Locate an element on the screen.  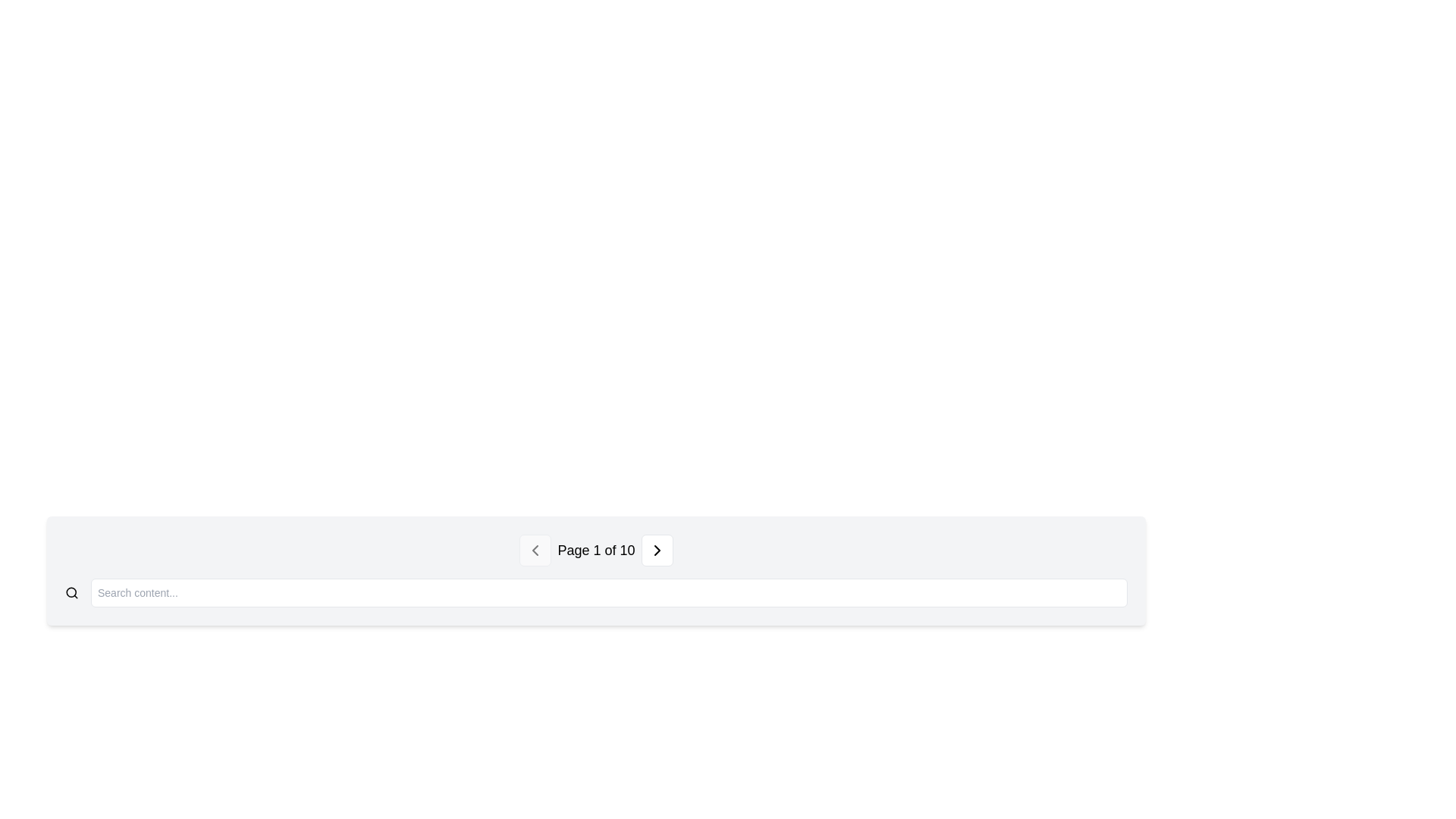
the chevron icon located on the right side of the navigation button at the bottom-center of the view is located at coordinates (657, 550).